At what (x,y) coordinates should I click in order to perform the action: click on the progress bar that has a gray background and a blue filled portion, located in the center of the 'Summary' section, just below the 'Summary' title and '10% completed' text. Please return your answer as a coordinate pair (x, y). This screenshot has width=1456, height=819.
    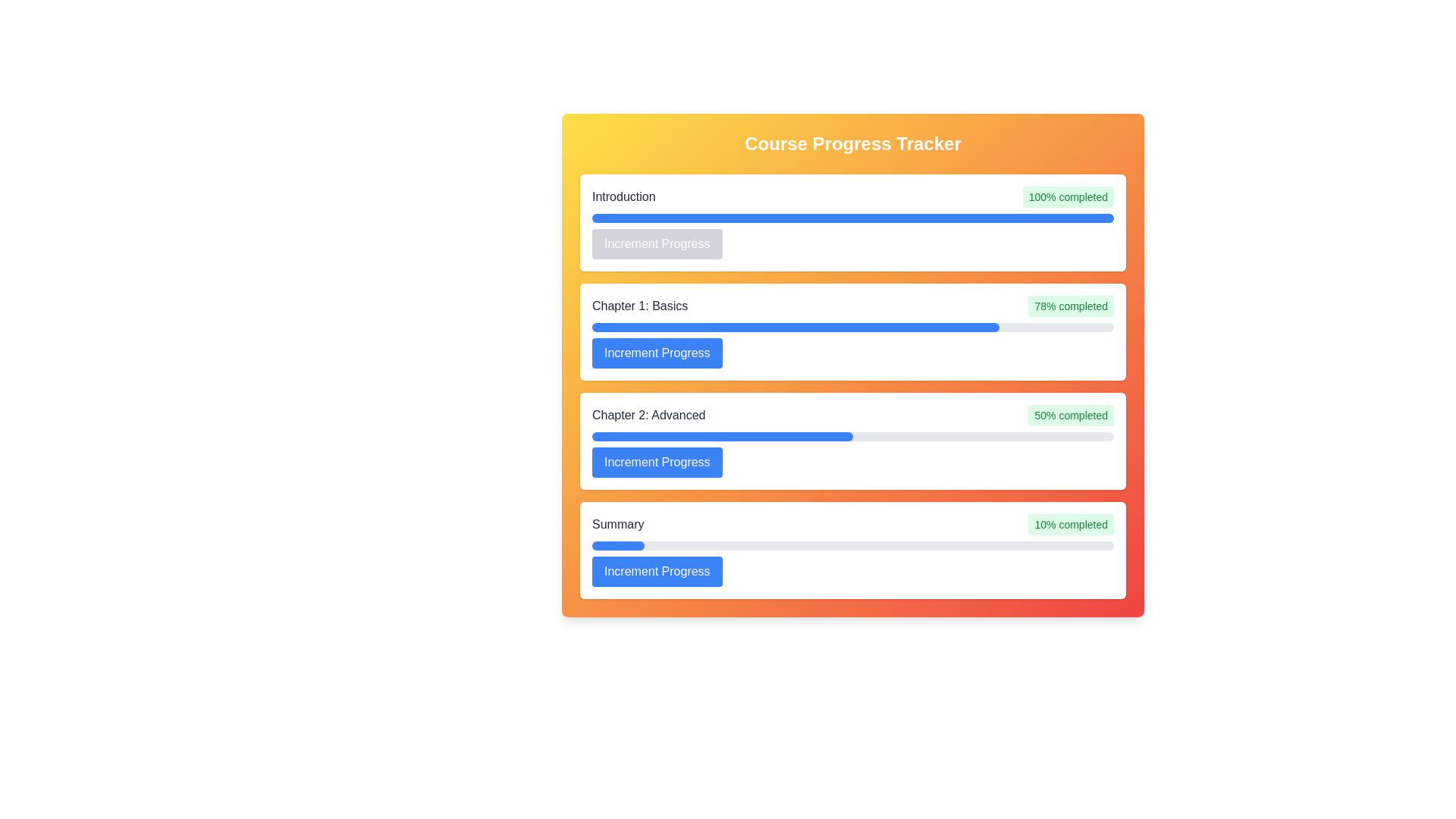
    Looking at the image, I should click on (852, 546).